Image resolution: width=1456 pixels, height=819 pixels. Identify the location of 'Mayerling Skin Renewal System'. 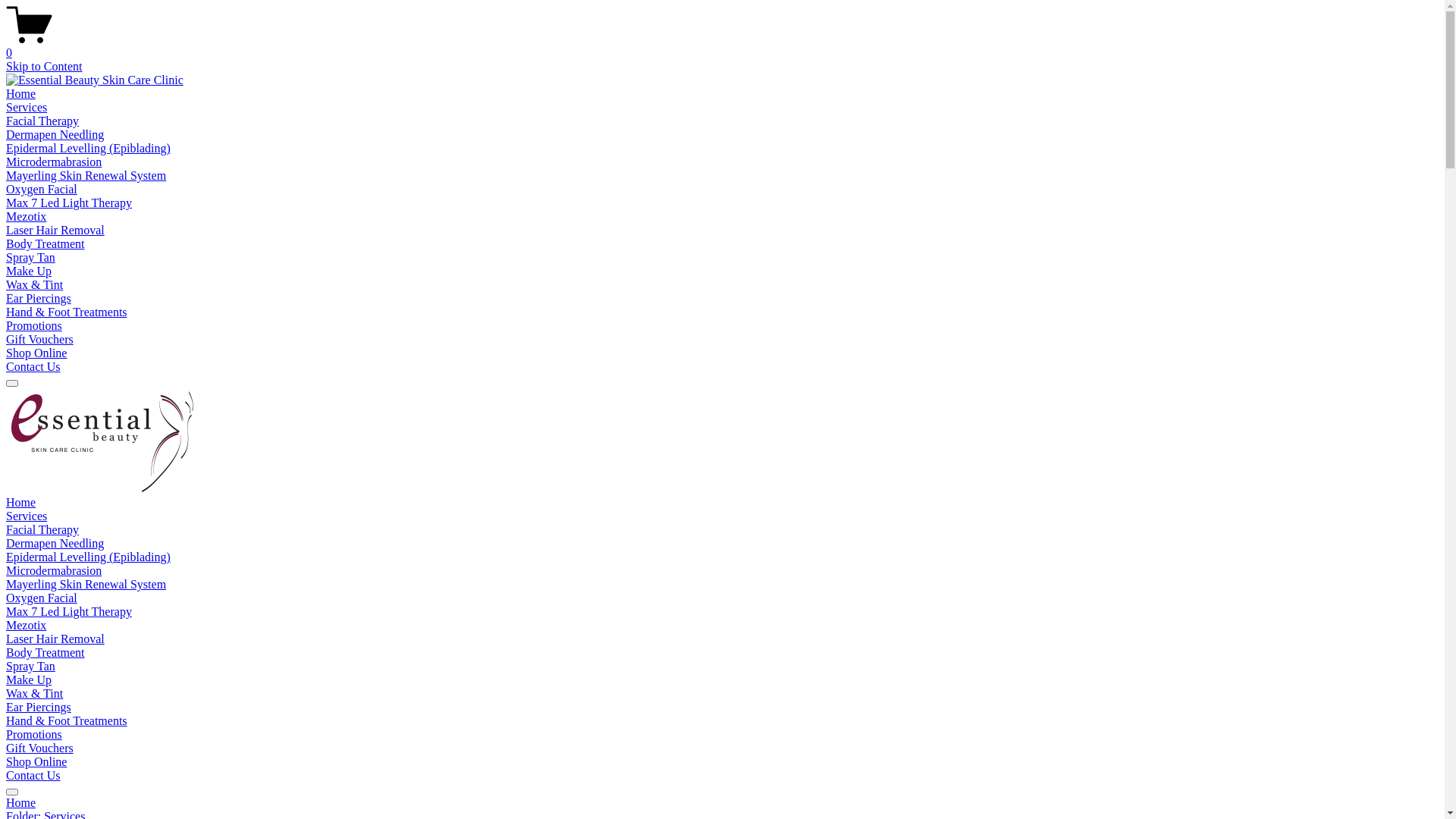
(85, 174).